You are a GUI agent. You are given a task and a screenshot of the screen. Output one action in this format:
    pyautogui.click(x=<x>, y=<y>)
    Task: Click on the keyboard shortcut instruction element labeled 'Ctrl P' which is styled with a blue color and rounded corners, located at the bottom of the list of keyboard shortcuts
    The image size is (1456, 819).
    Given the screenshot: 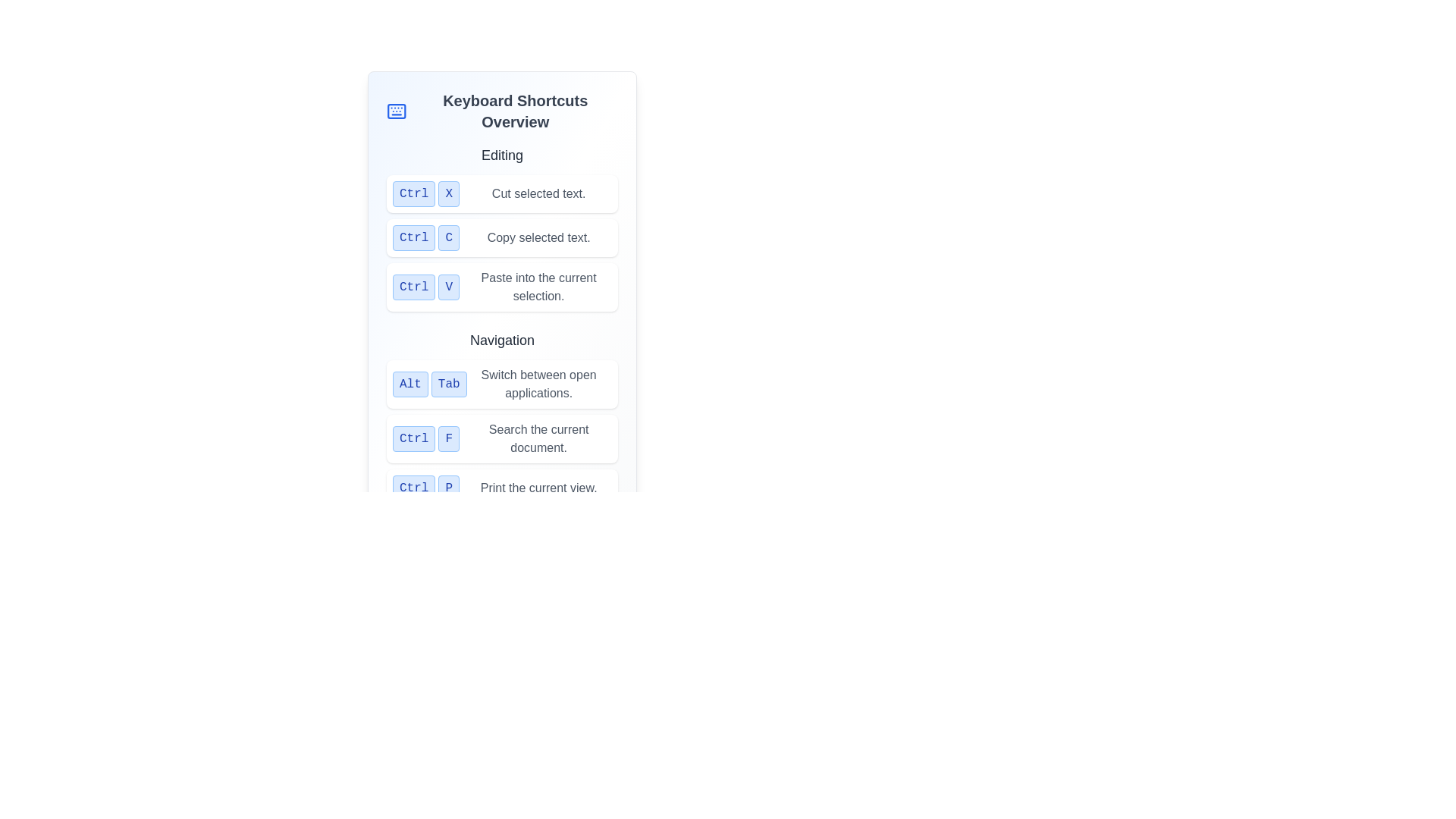 What is the action you would take?
    pyautogui.click(x=502, y=488)
    